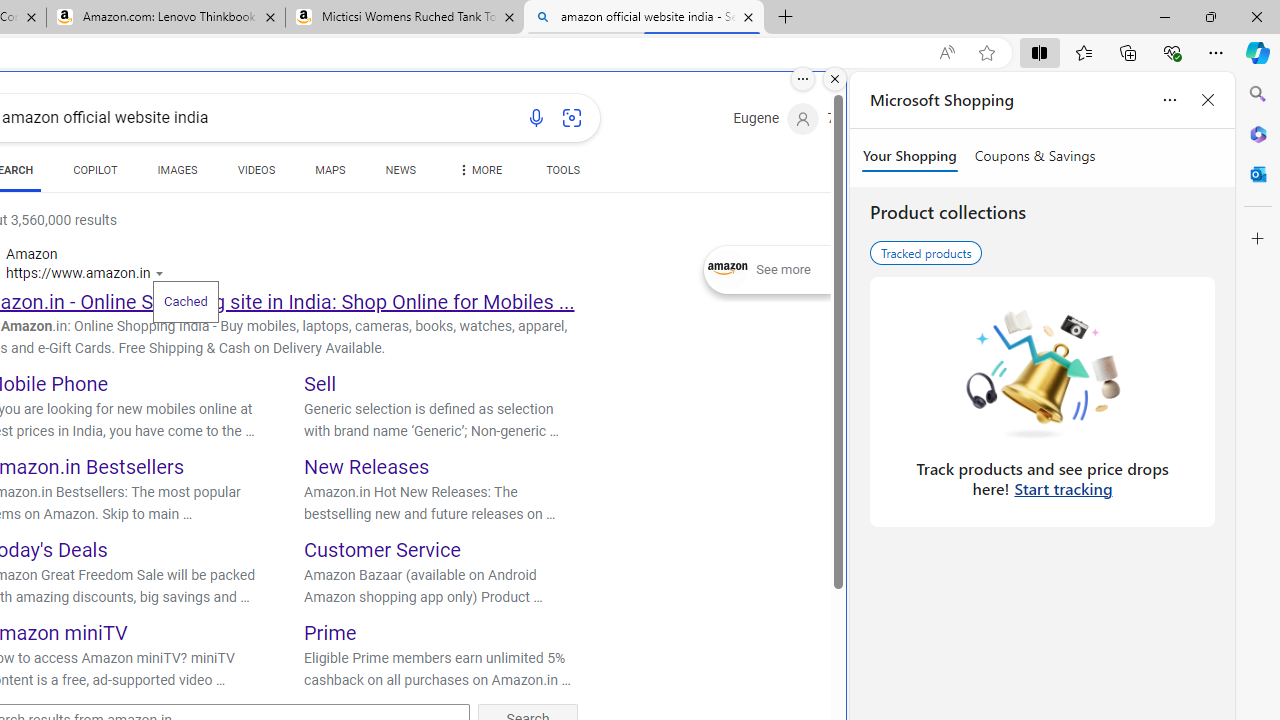 The width and height of the screenshot is (1280, 720). What do you see at coordinates (1209, 16) in the screenshot?
I see `'Restore'` at bounding box center [1209, 16].